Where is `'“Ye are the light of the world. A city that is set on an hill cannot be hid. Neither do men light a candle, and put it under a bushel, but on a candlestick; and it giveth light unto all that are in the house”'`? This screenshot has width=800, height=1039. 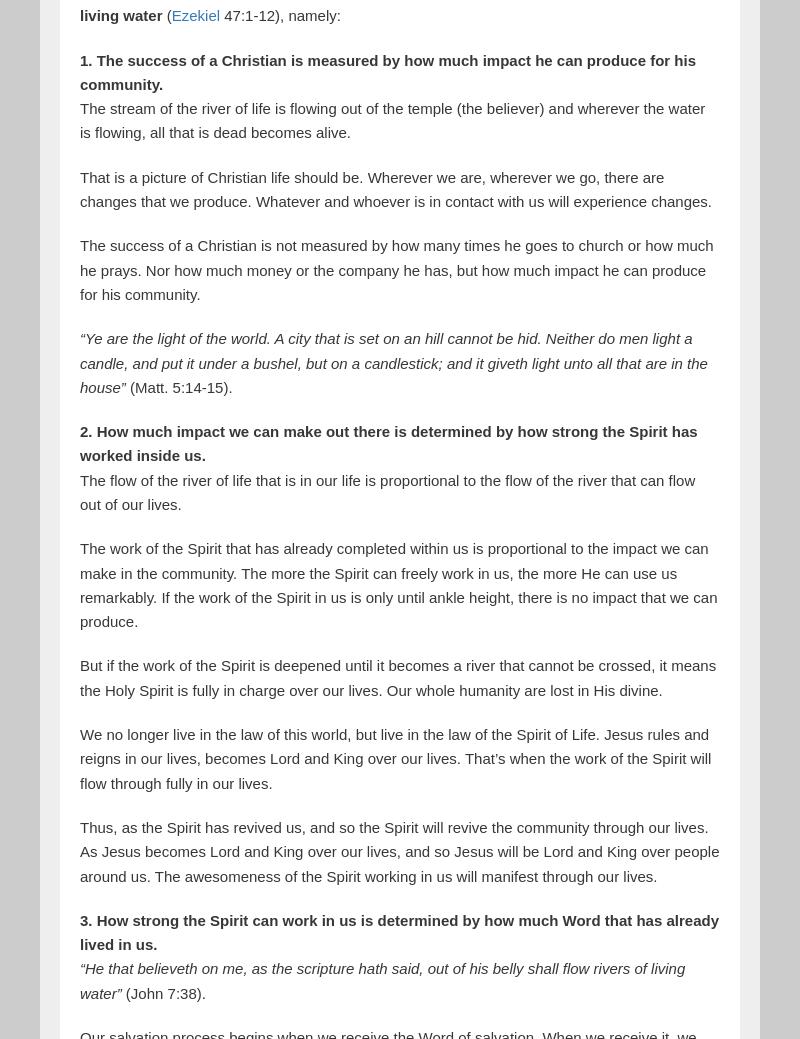 '“Ye are the light of the world. A city that is set on an hill cannot be hid. Neither do men light a candle, and put it under a bushel, but on a candlestick; and it giveth light unto all that are in the house”' is located at coordinates (80, 361).